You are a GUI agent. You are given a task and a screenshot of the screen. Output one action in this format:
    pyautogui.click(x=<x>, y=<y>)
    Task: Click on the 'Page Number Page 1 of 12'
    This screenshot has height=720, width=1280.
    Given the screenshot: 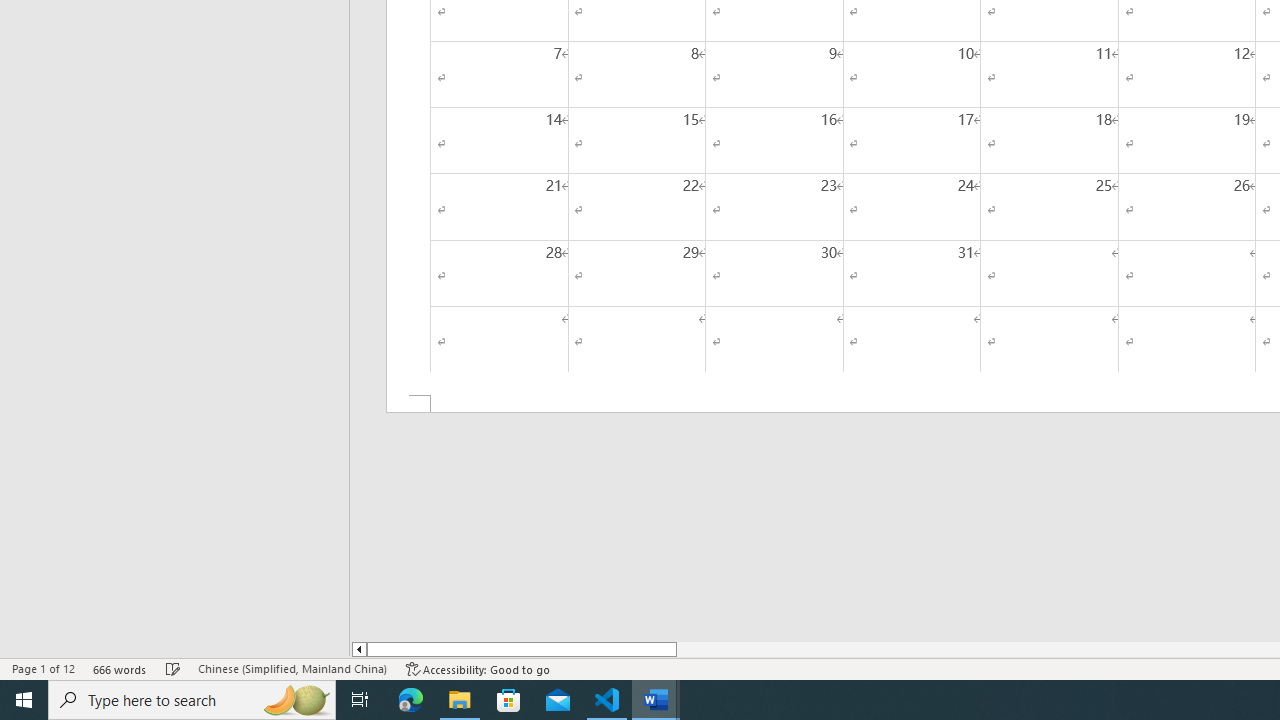 What is the action you would take?
    pyautogui.click(x=43, y=669)
    